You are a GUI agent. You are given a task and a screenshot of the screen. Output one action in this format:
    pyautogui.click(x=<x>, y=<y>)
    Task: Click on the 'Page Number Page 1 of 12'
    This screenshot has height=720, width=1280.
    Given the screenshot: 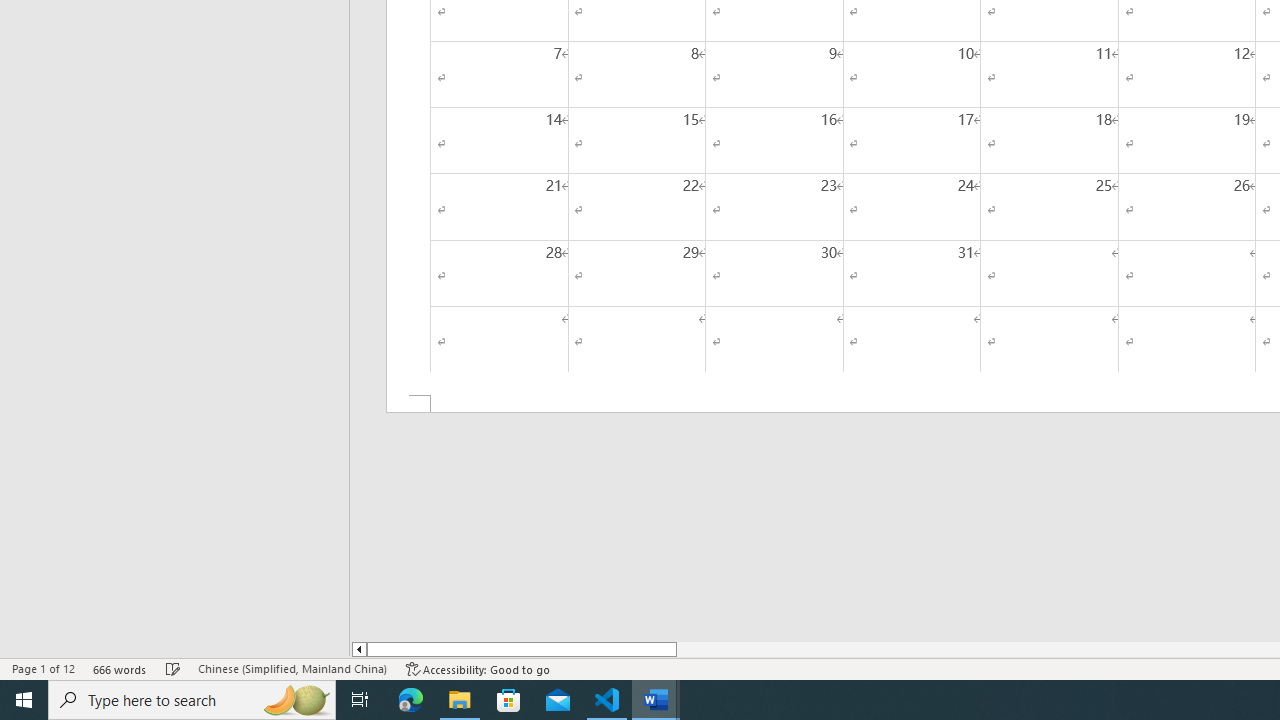 What is the action you would take?
    pyautogui.click(x=43, y=669)
    